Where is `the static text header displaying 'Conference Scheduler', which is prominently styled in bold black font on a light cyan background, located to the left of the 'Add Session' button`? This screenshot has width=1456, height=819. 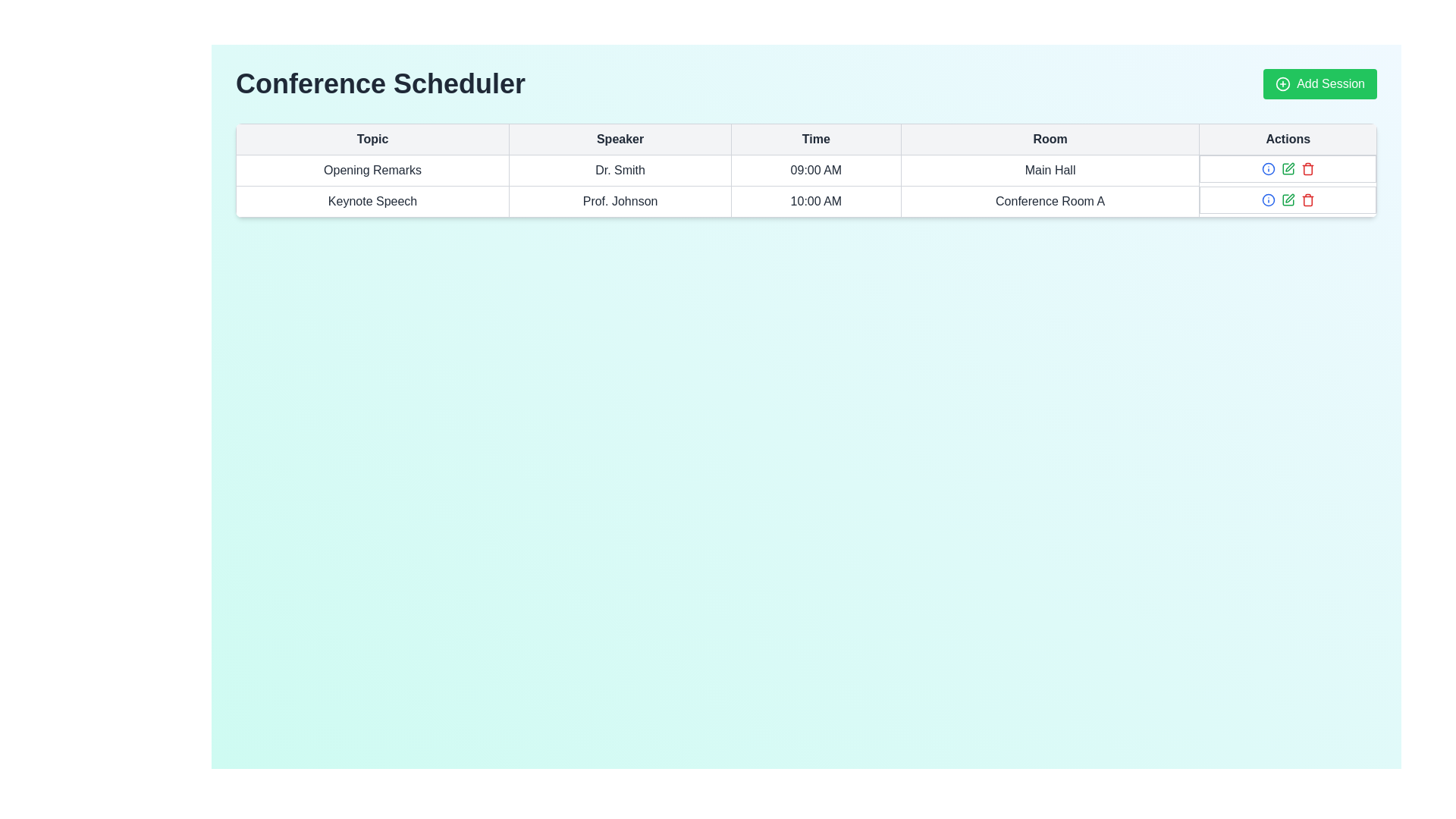
the static text header displaying 'Conference Scheduler', which is prominently styled in bold black font on a light cyan background, located to the left of the 'Add Session' button is located at coordinates (381, 84).